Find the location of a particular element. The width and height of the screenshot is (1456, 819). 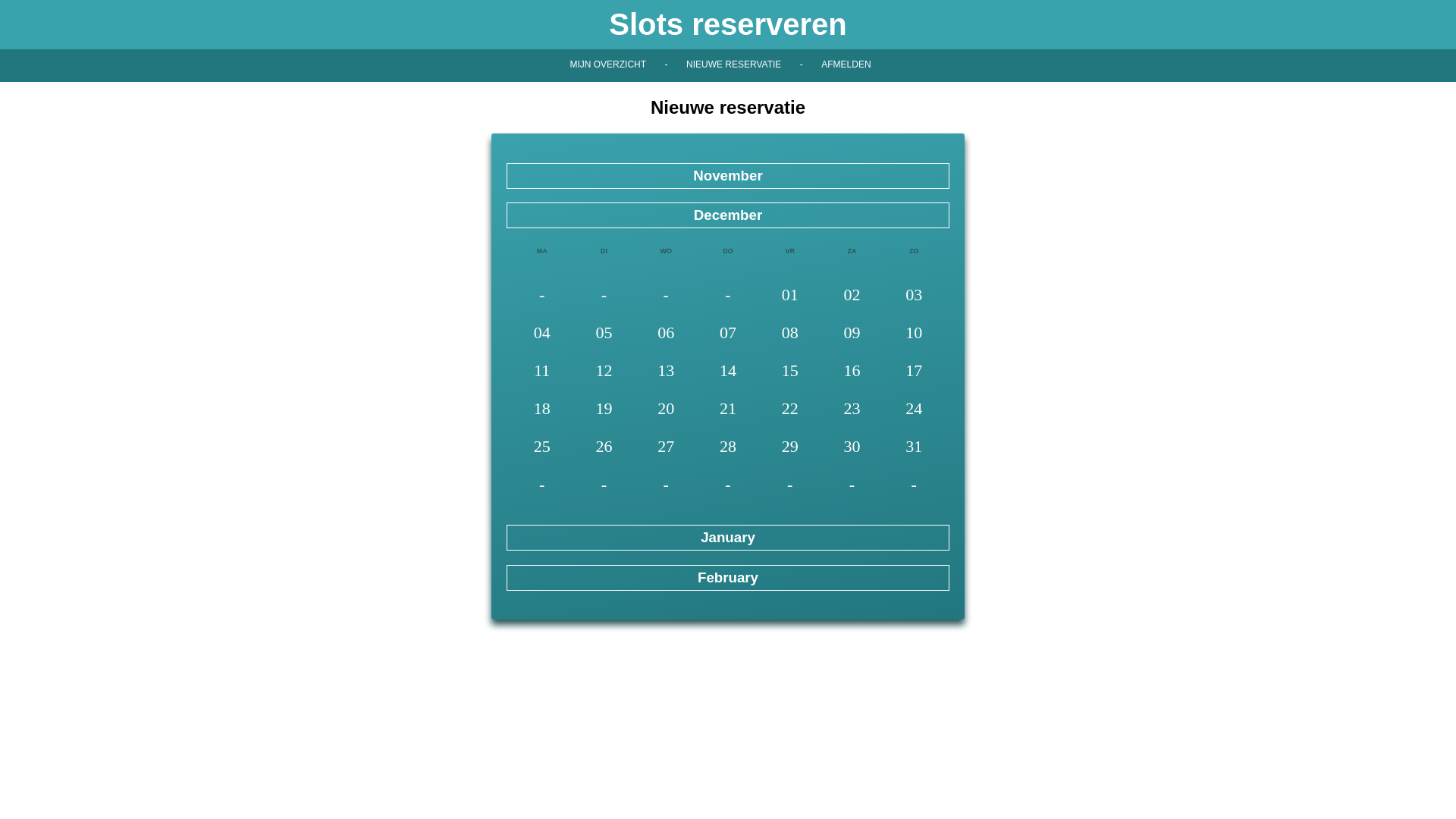

'16' is located at coordinates (852, 372).